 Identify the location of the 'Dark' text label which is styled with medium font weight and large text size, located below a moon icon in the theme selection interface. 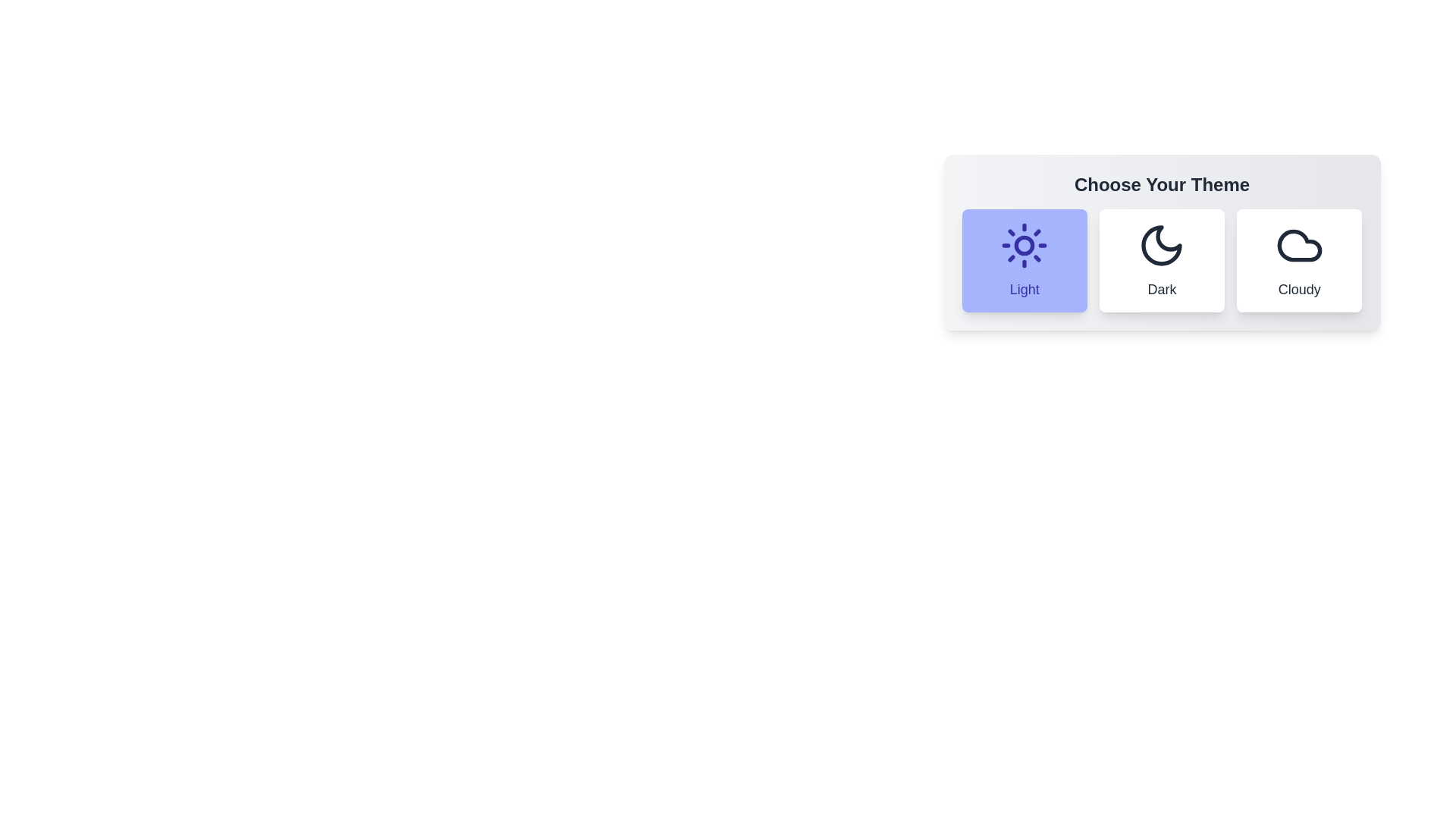
(1161, 289).